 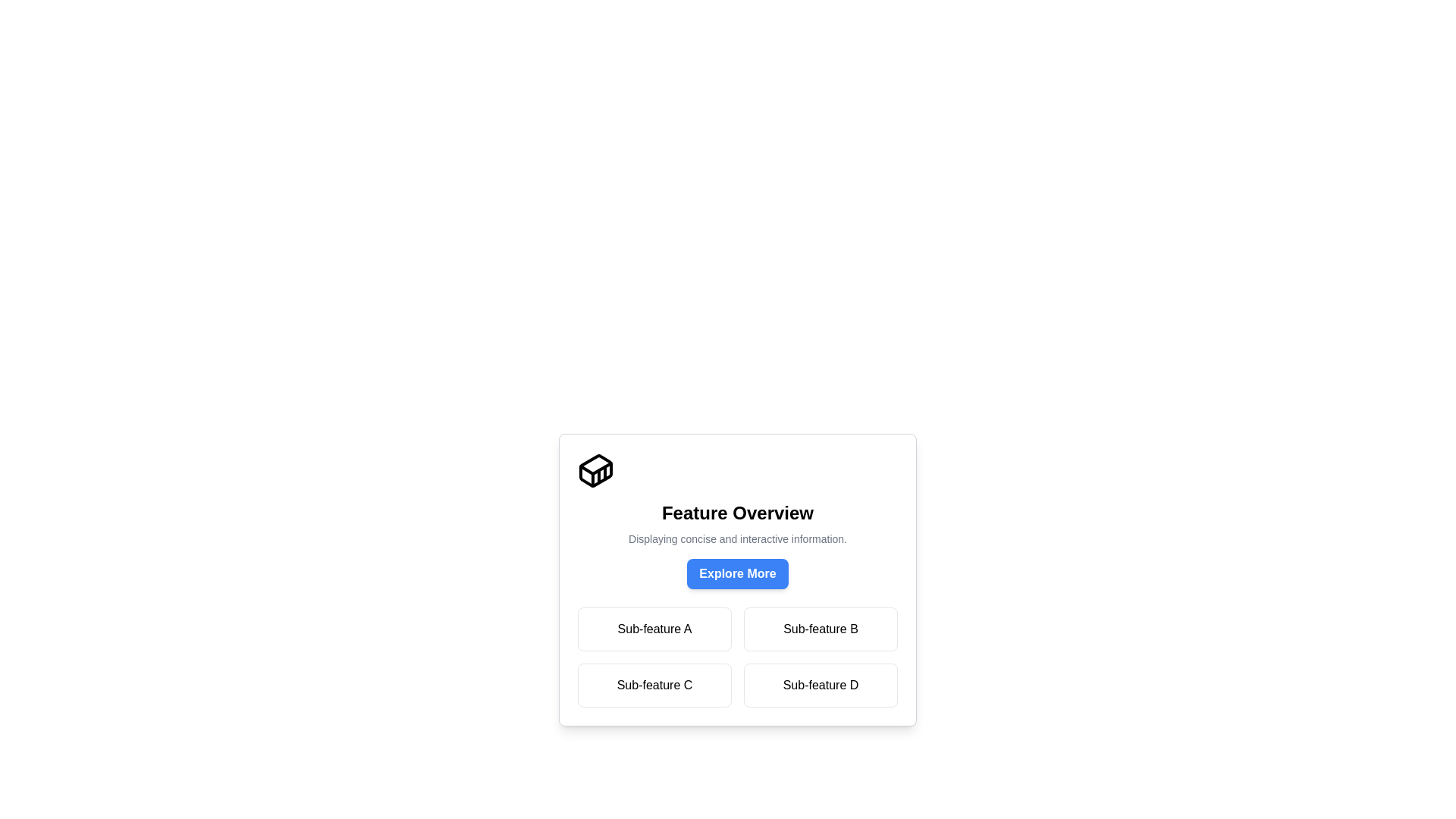 I want to click on the button labeled 'Sub-feature A', which is a rectangular button with rounded corners located in the top-left corner of a grid of buttons, so click(x=654, y=629).